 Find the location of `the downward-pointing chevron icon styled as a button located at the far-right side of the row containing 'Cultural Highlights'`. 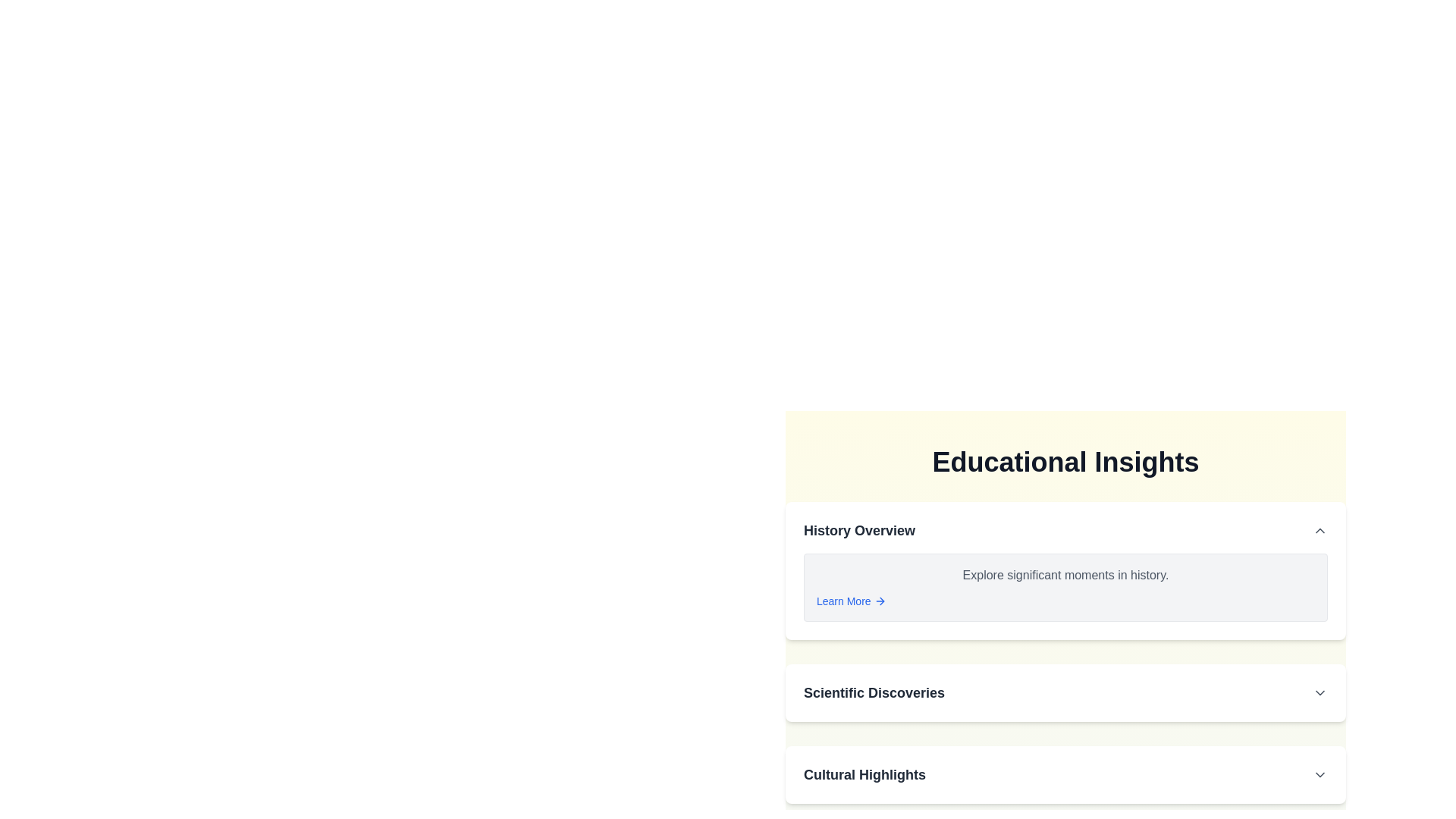

the downward-pointing chevron icon styled as a button located at the far-right side of the row containing 'Cultural Highlights' is located at coordinates (1319, 775).